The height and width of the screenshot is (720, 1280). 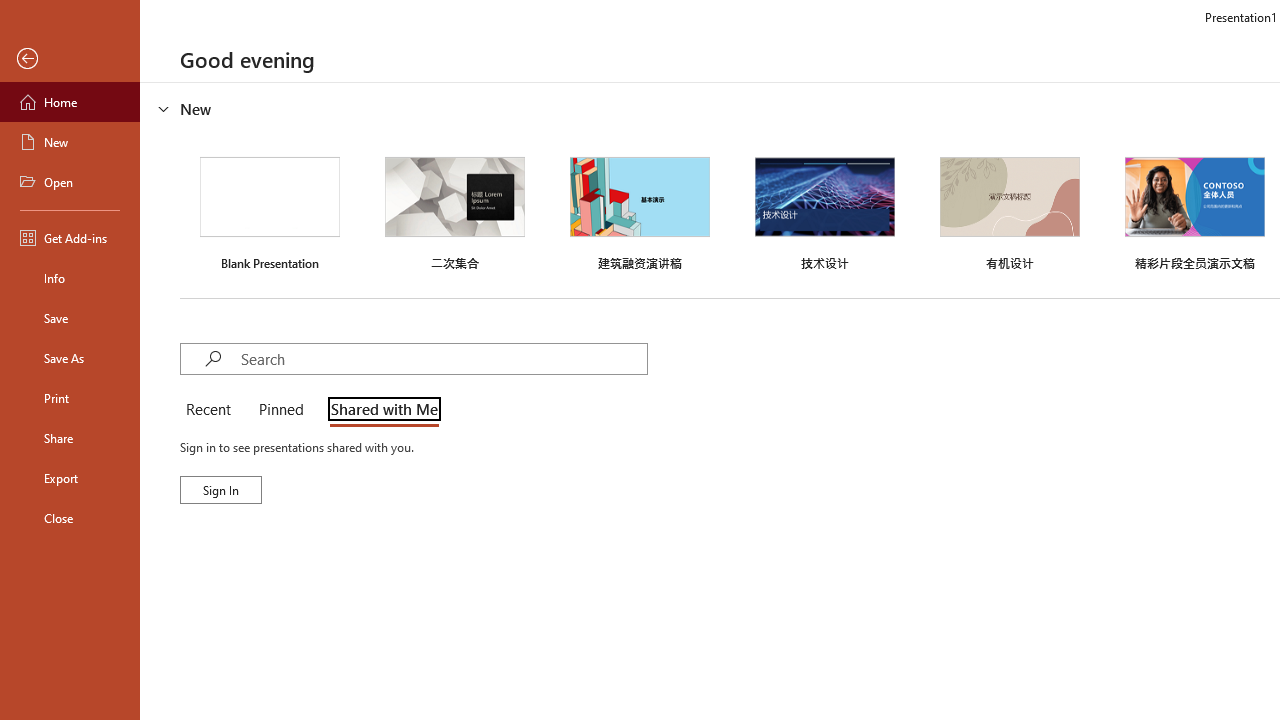 What do you see at coordinates (69, 277) in the screenshot?
I see `'Info'` at bounding box center [69, 277].